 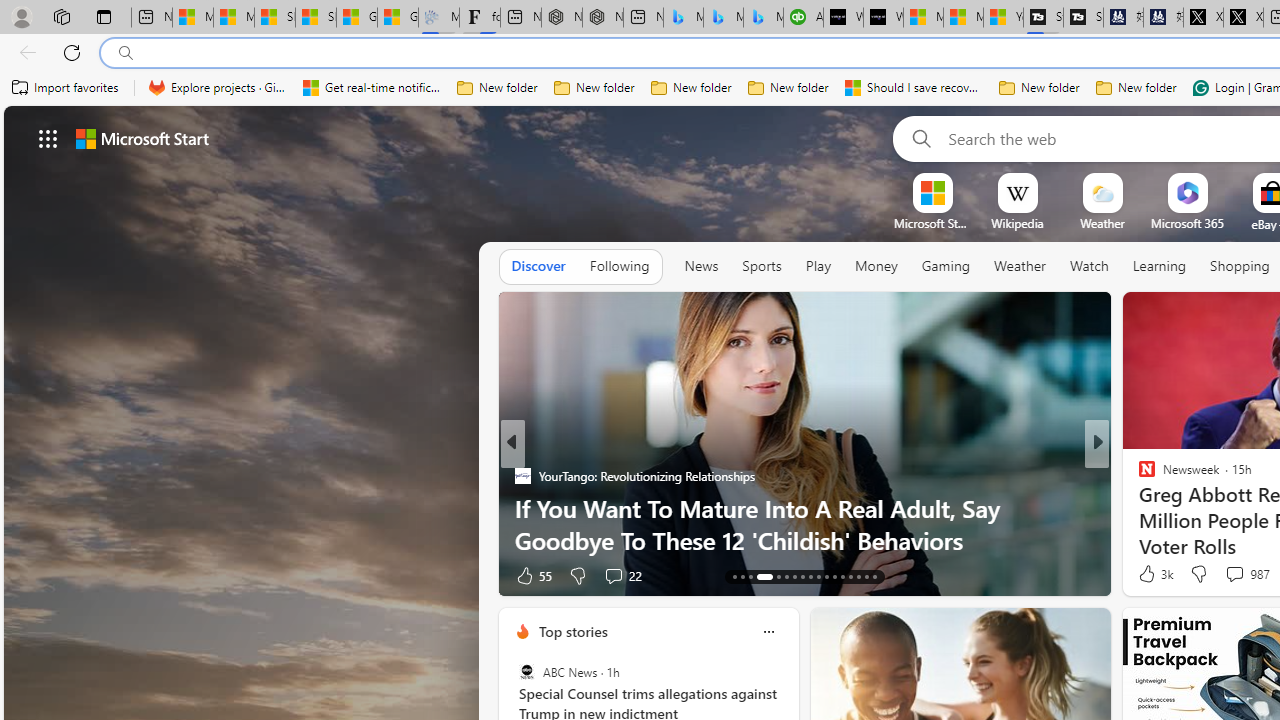 What do you see at coordinates (842, 577) in the screenshot?
I see `'AutomationID: tab-25'` at bounding box center [842, 577].